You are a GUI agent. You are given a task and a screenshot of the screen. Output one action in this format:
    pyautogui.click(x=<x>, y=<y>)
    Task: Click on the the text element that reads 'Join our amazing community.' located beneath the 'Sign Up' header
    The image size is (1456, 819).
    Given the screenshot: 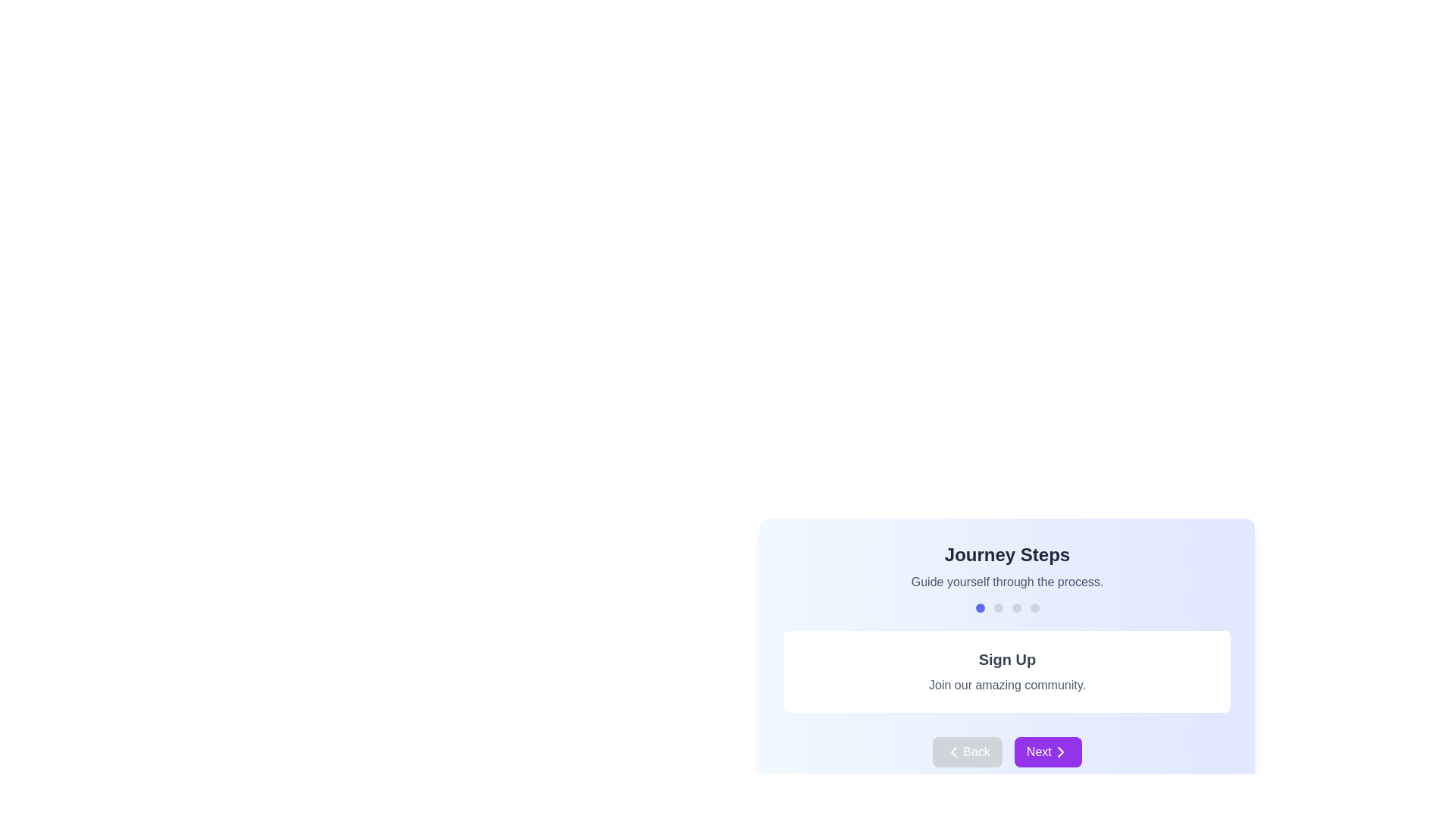 What is the action you would take?
    pyautogui.click(x=1007, y=685)
    